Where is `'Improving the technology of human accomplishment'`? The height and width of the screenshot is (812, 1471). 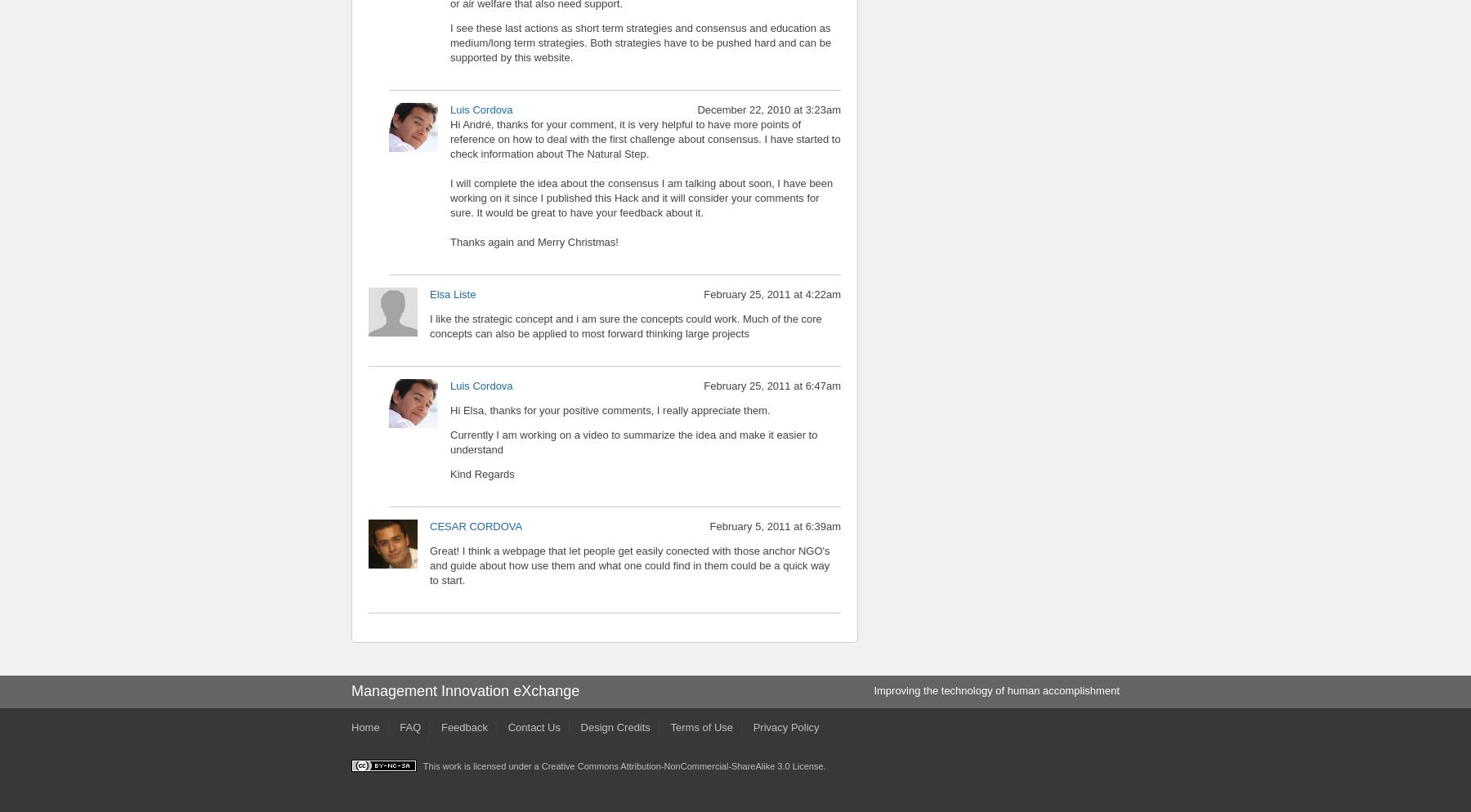 'Improving the technology of human accomplishment' is located at coordinates (995, 689).